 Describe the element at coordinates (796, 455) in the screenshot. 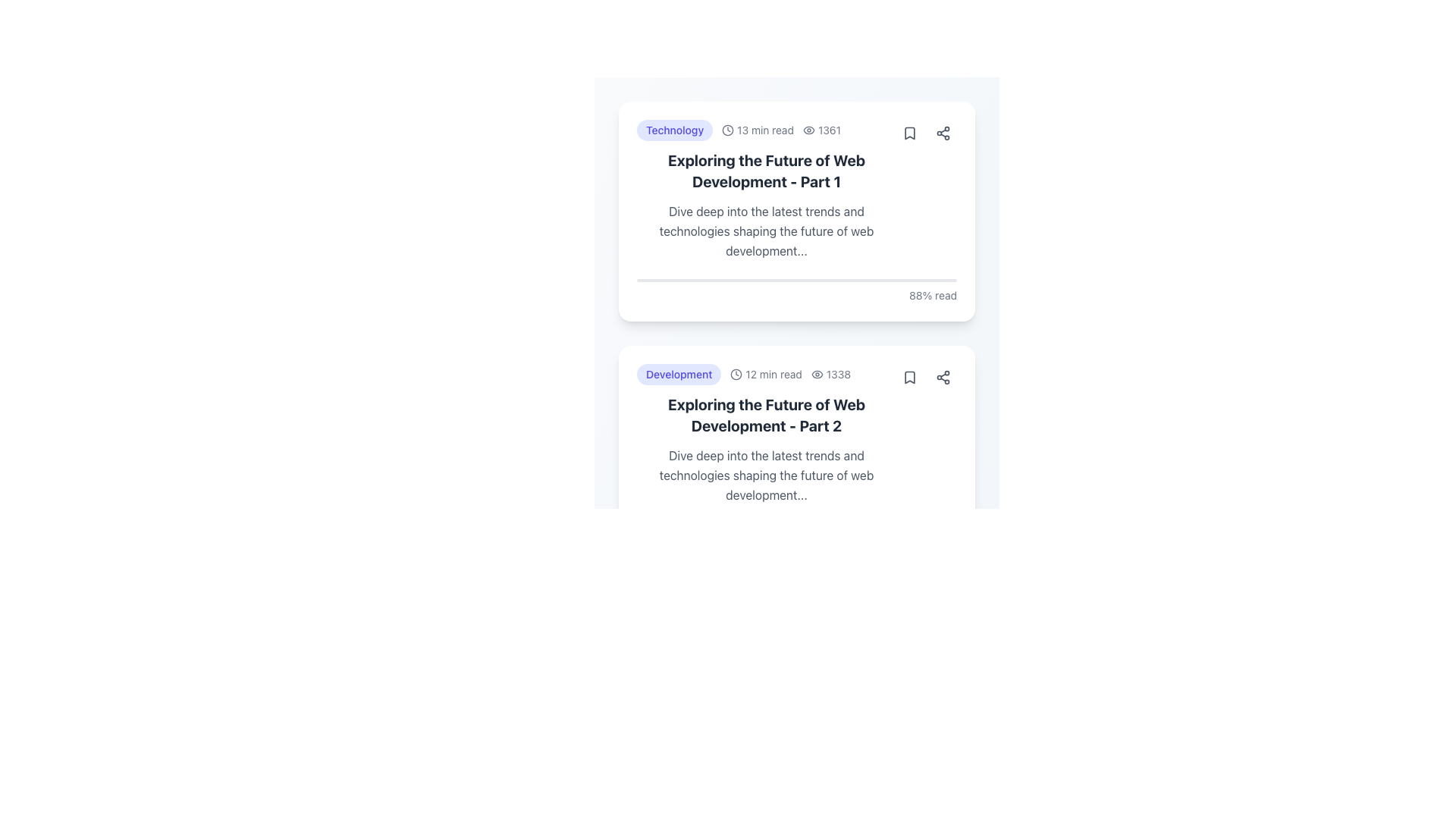

I see `the second Card component` at that location.